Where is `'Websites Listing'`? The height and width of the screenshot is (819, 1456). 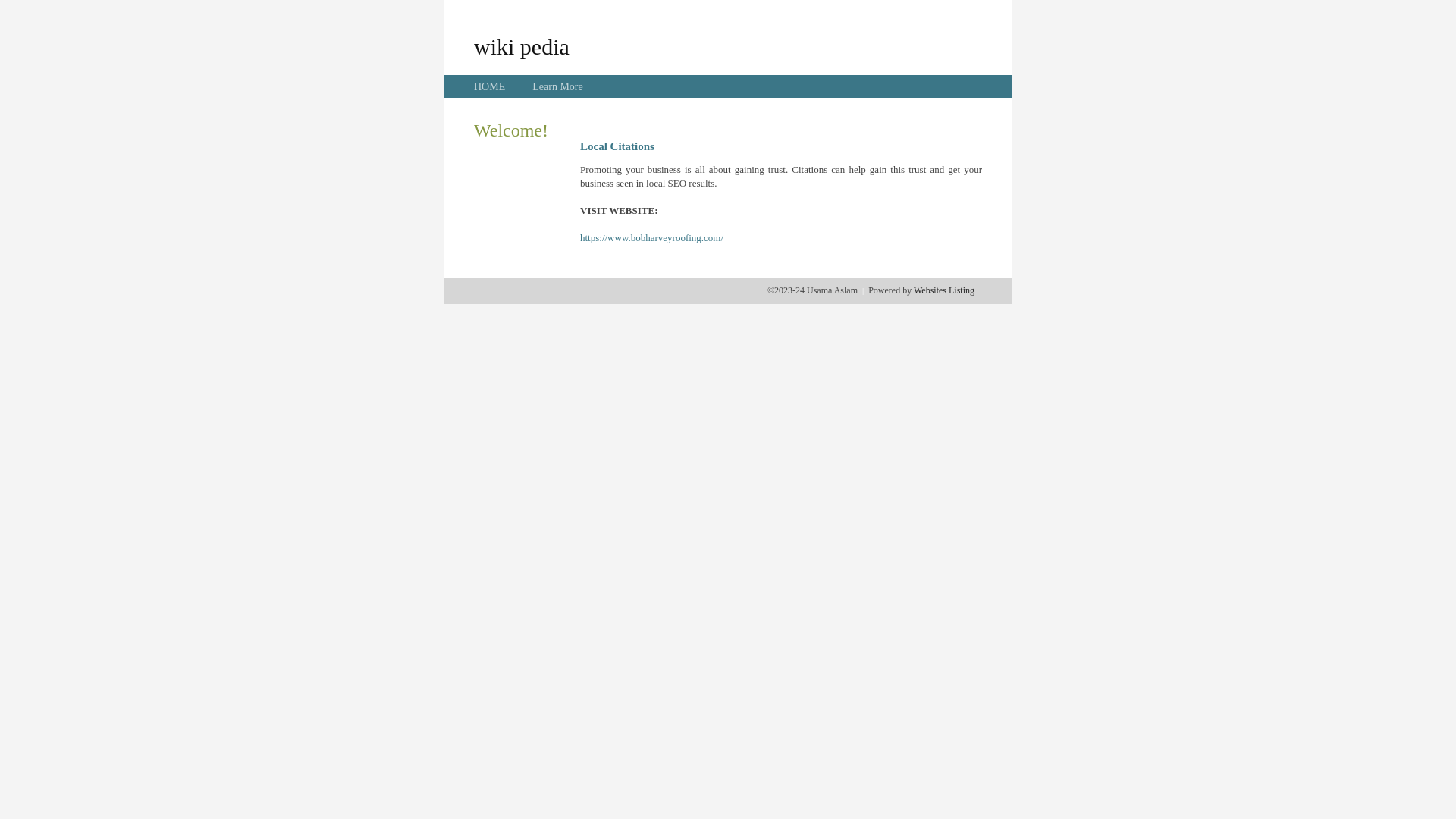
'Websites Listing' is located at coordinates (943, 290).